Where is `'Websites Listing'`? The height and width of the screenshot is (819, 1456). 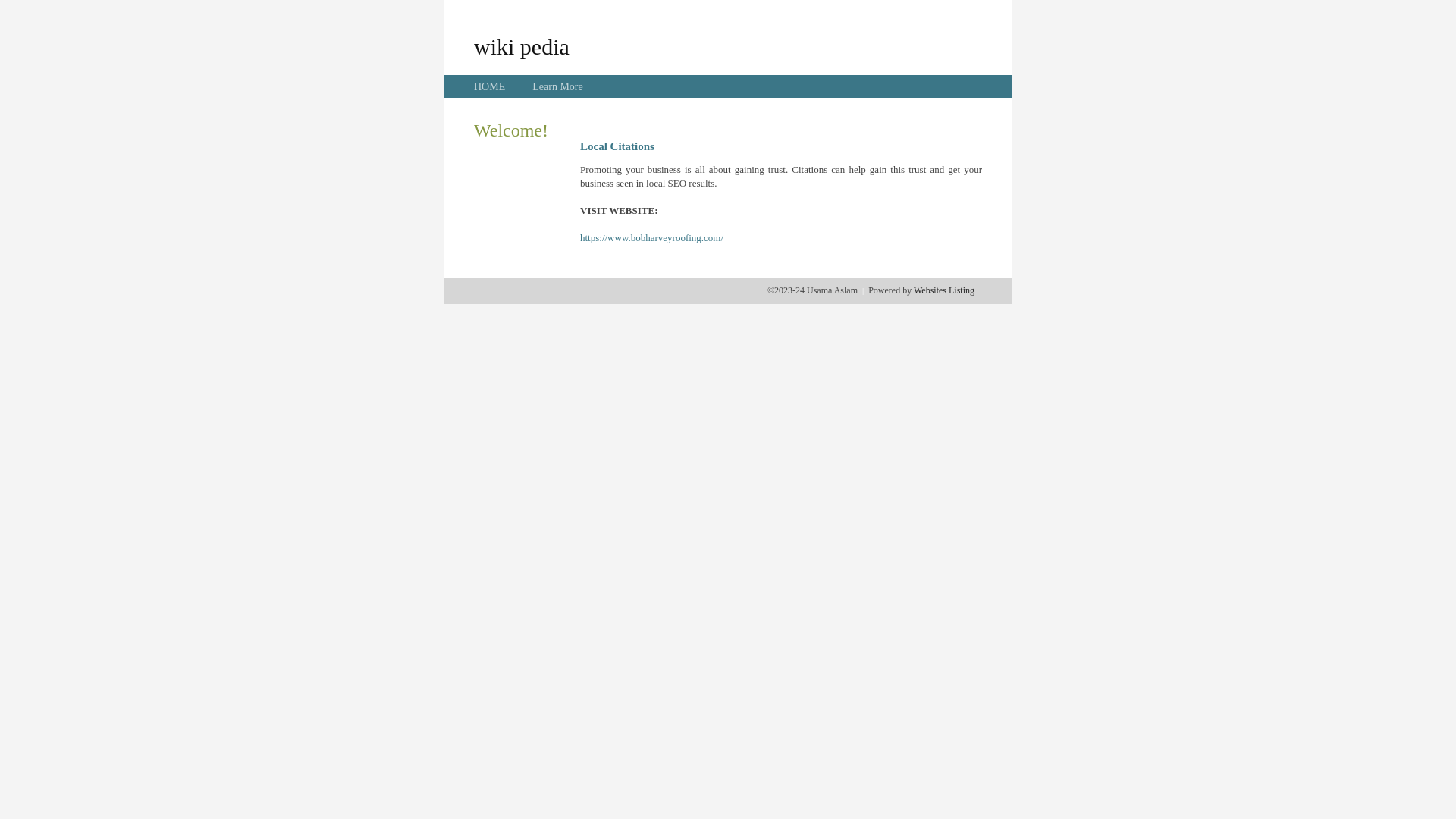
'Websites Listing' is located at coordinates (943, 290).